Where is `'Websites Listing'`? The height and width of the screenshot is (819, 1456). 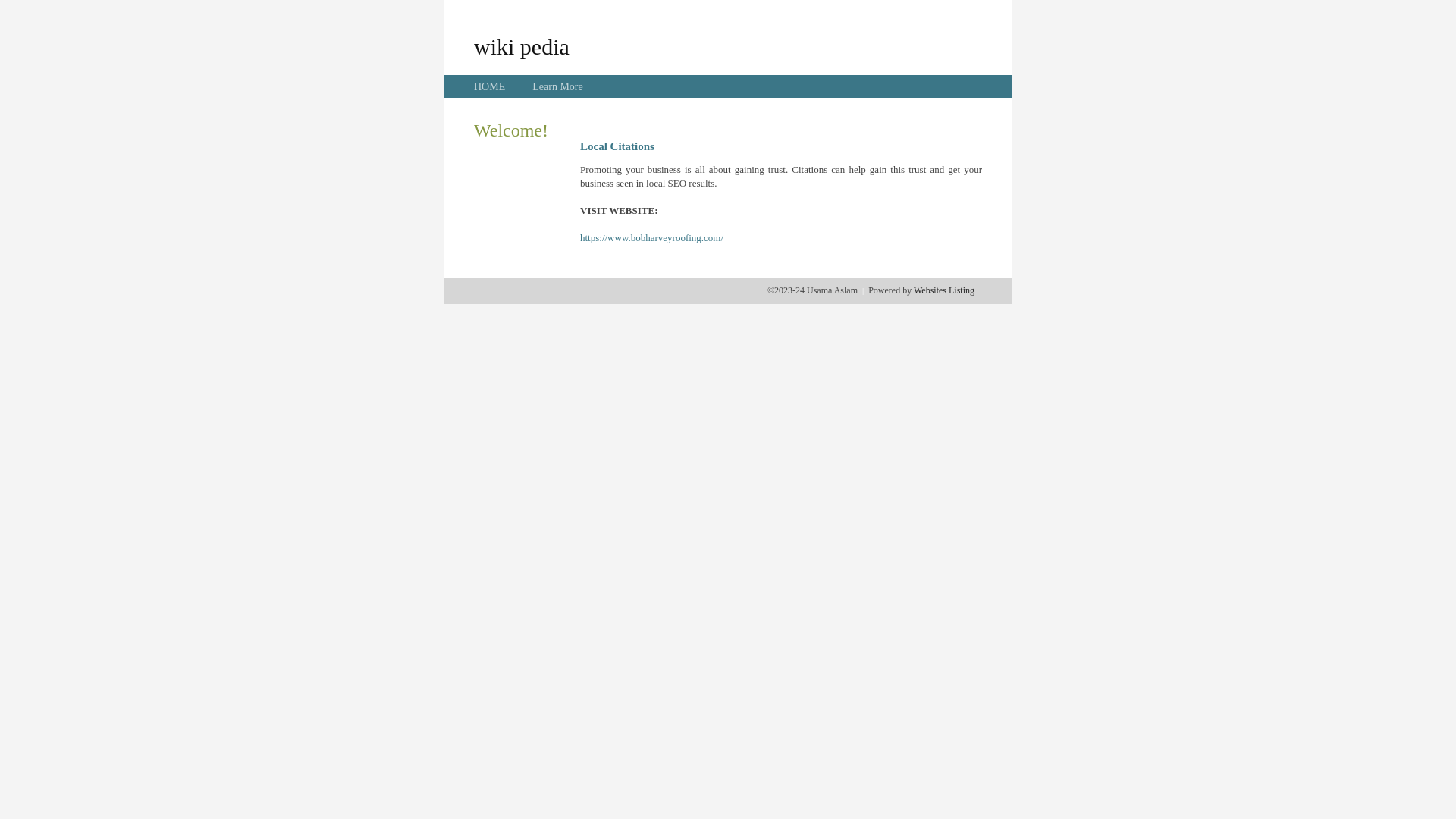
'Websites Listing' is located at coordinates (943, 290).